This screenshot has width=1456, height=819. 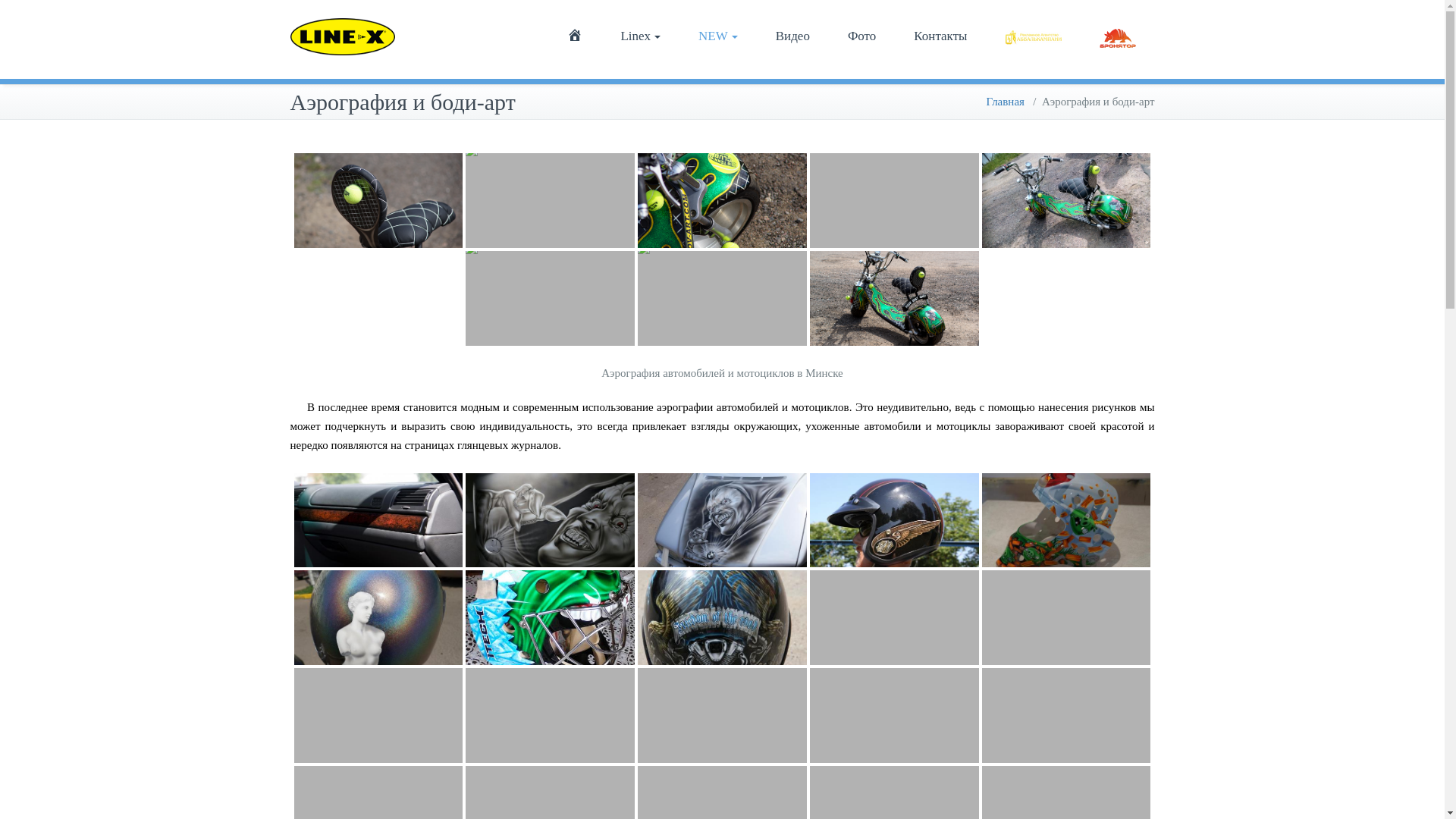 What do you see at coordinates (640, 35) in the screenshot?
I see `'Linex'` at bounding box center [640, 35].